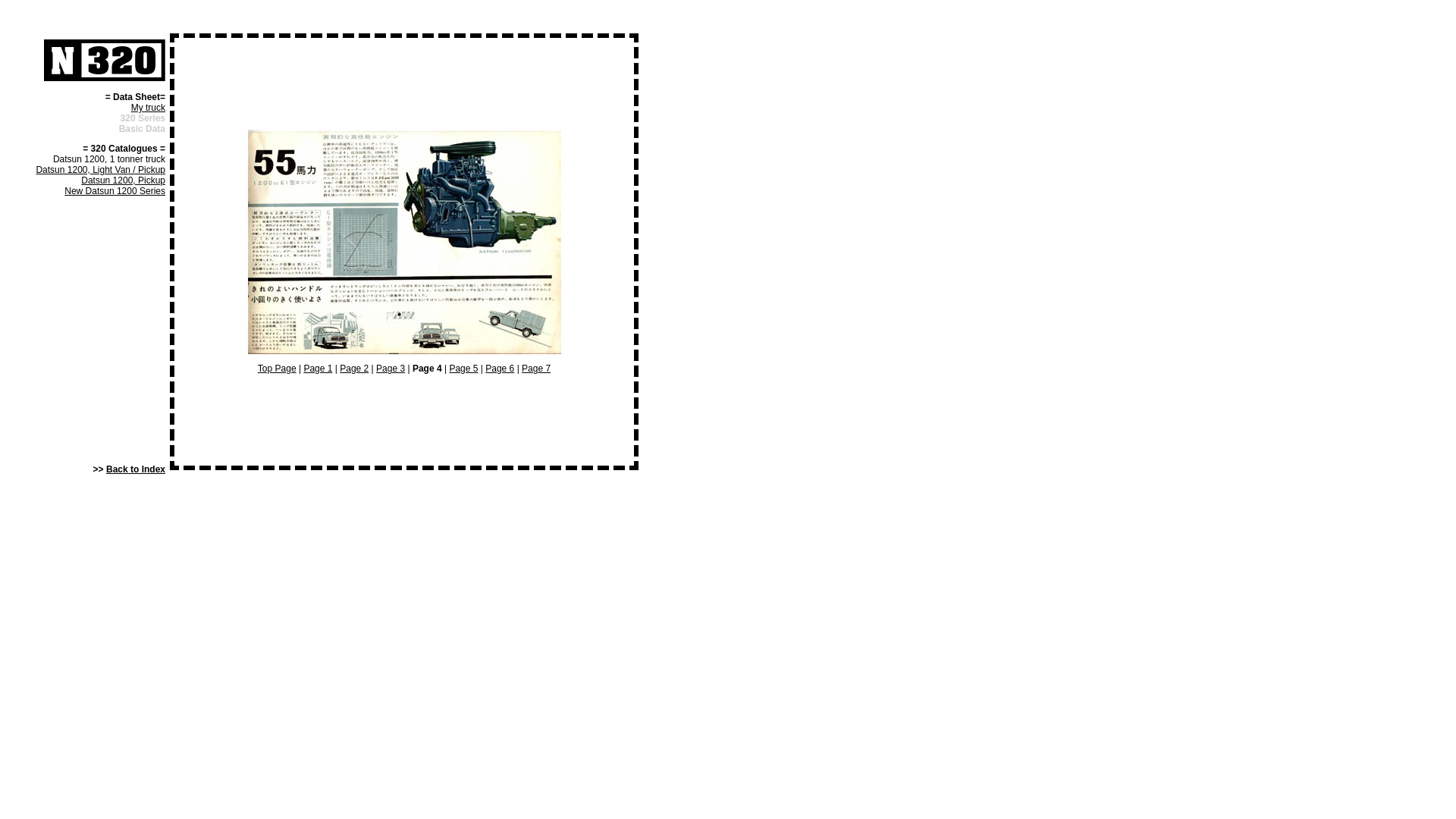 The image size is (1456, 819). What do you see at coordinates (277, 369) in the screenshot?
I see `'Top Page'` at bounding box center [277, 369].